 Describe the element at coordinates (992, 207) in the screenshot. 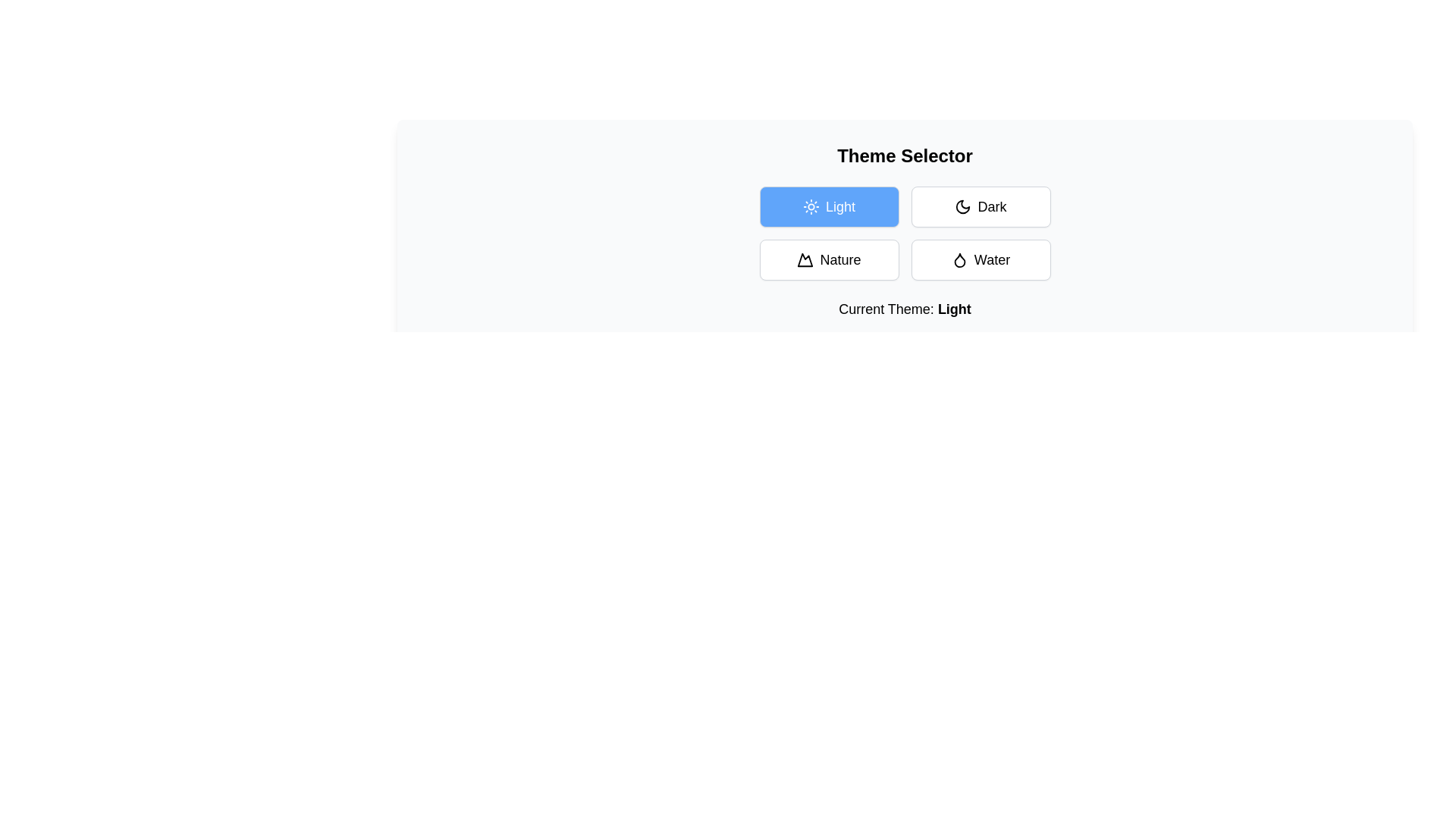

I see `the static text label 'Dark' which indicates the option to select a dark theme in the user interface, positioned inside a button next to the 'Light' button` at that location.